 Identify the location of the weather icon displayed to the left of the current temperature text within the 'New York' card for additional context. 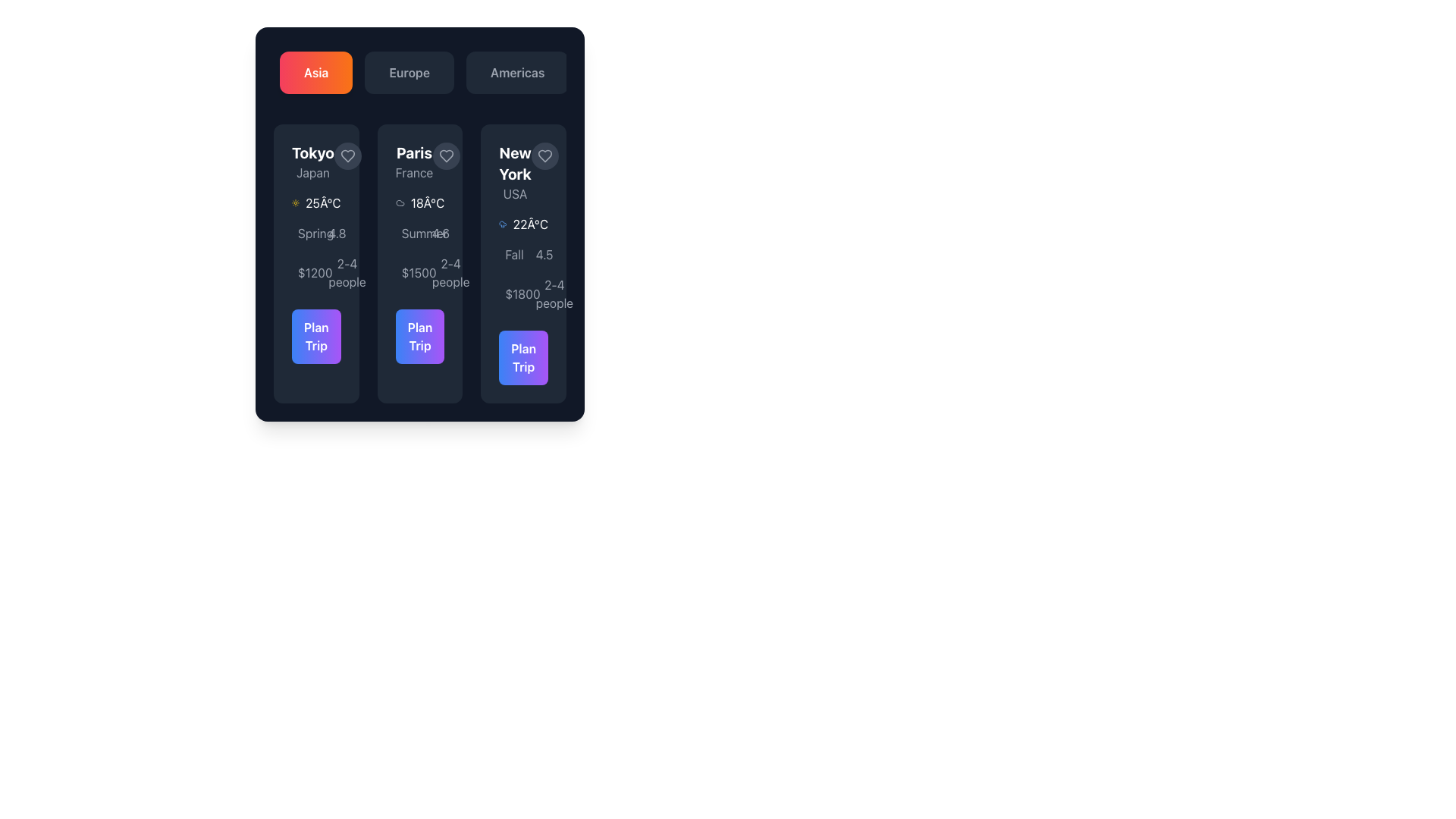
(523, 224).